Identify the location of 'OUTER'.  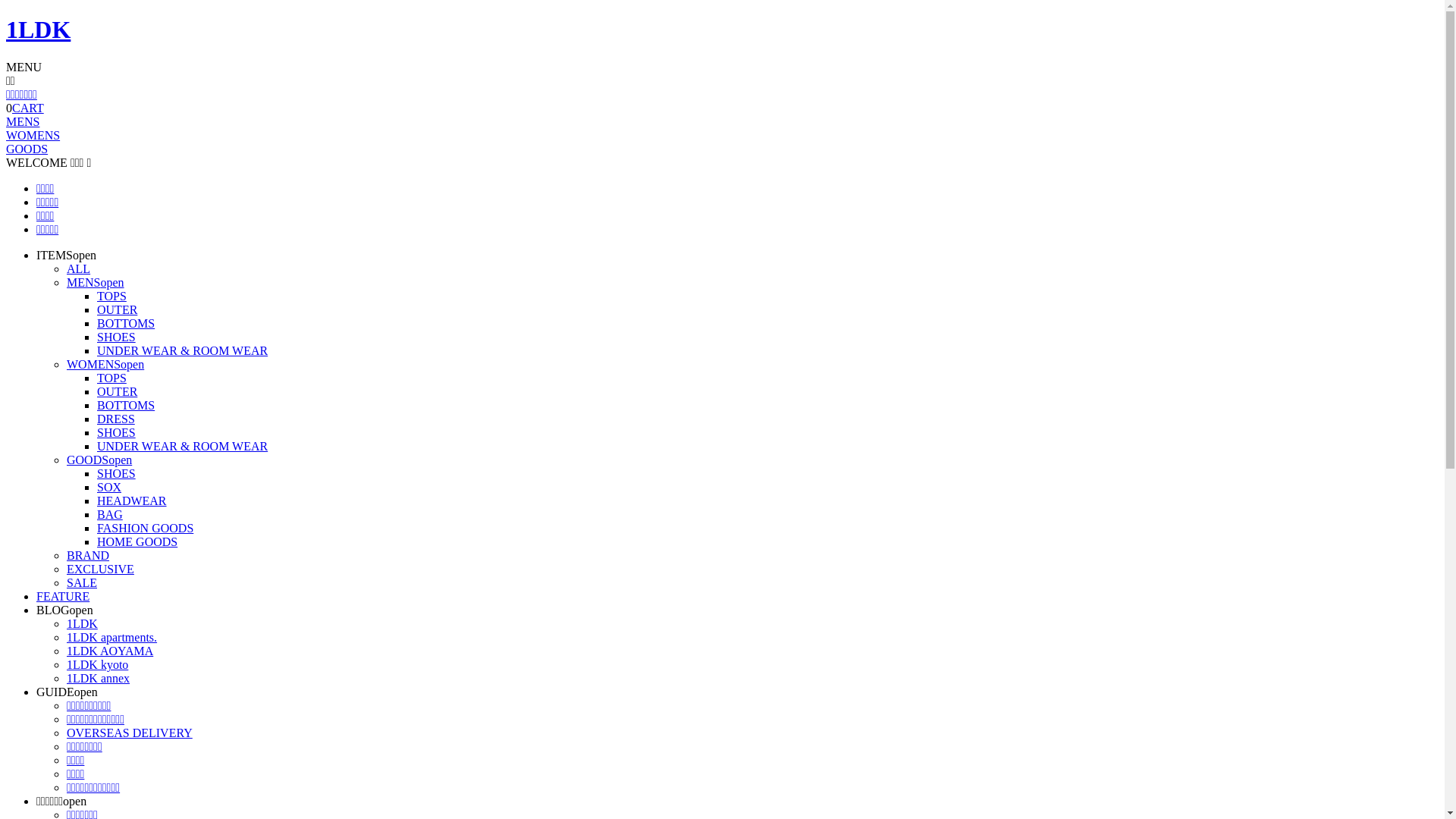
(96, 309).